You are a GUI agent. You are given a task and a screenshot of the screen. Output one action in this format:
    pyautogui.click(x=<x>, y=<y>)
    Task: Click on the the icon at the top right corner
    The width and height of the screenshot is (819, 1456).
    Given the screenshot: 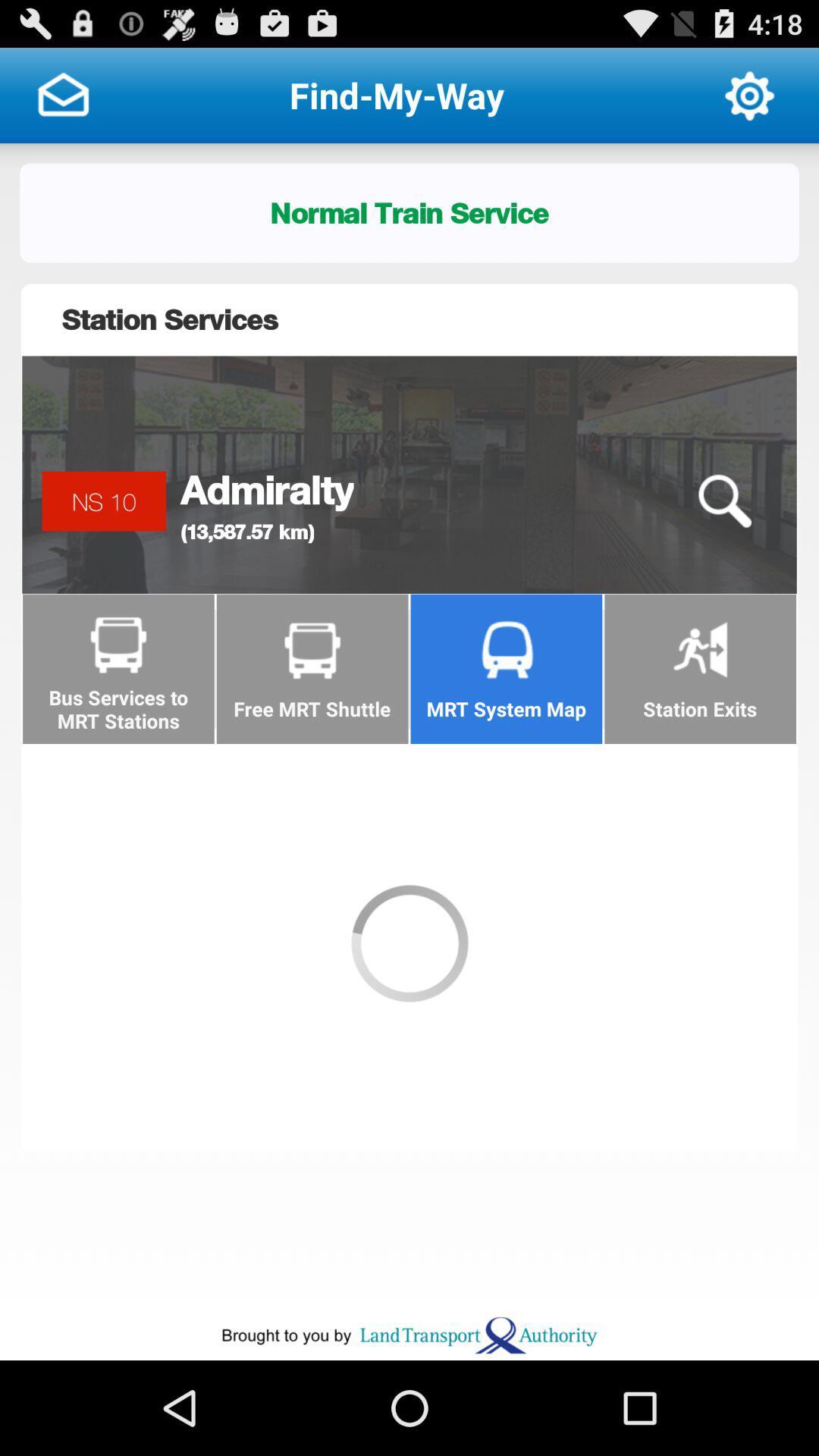 What is the action you would take?
    pyautogui.click(x=748, y=94)
    